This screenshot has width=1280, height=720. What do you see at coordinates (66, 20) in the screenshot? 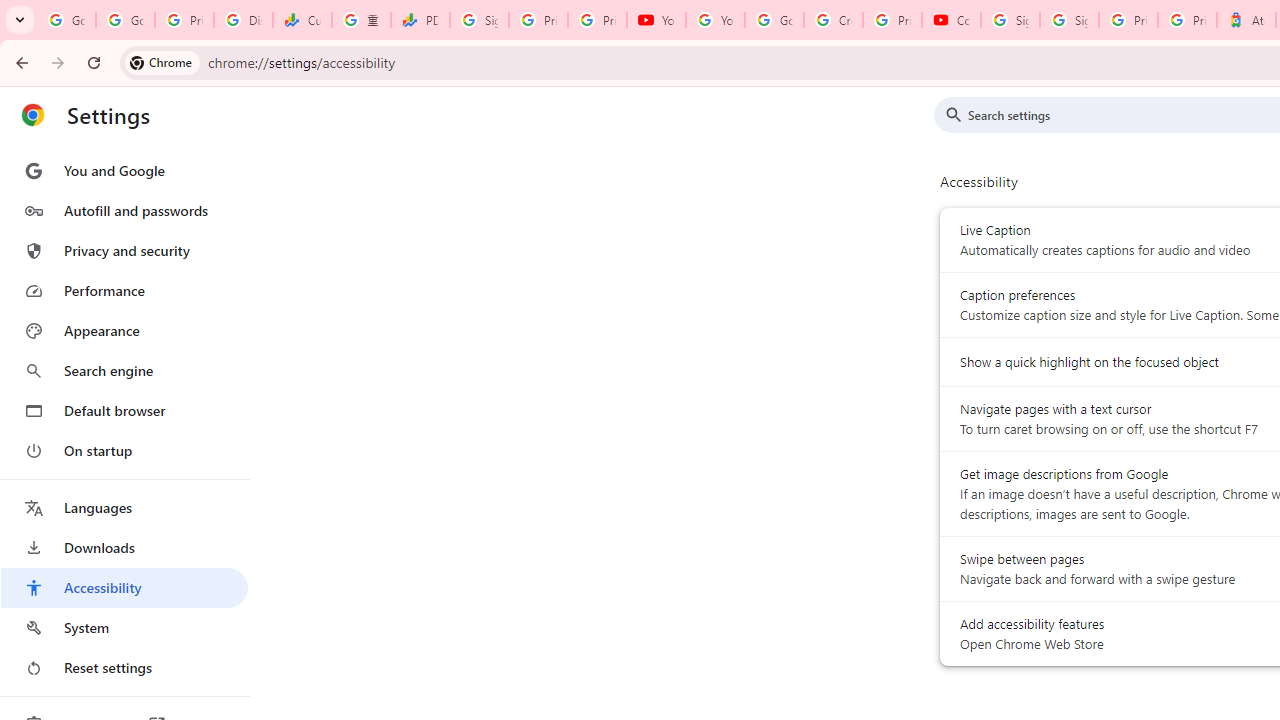
I see `'Google Workspace Admin Community'` at bounding box center [66, 20].